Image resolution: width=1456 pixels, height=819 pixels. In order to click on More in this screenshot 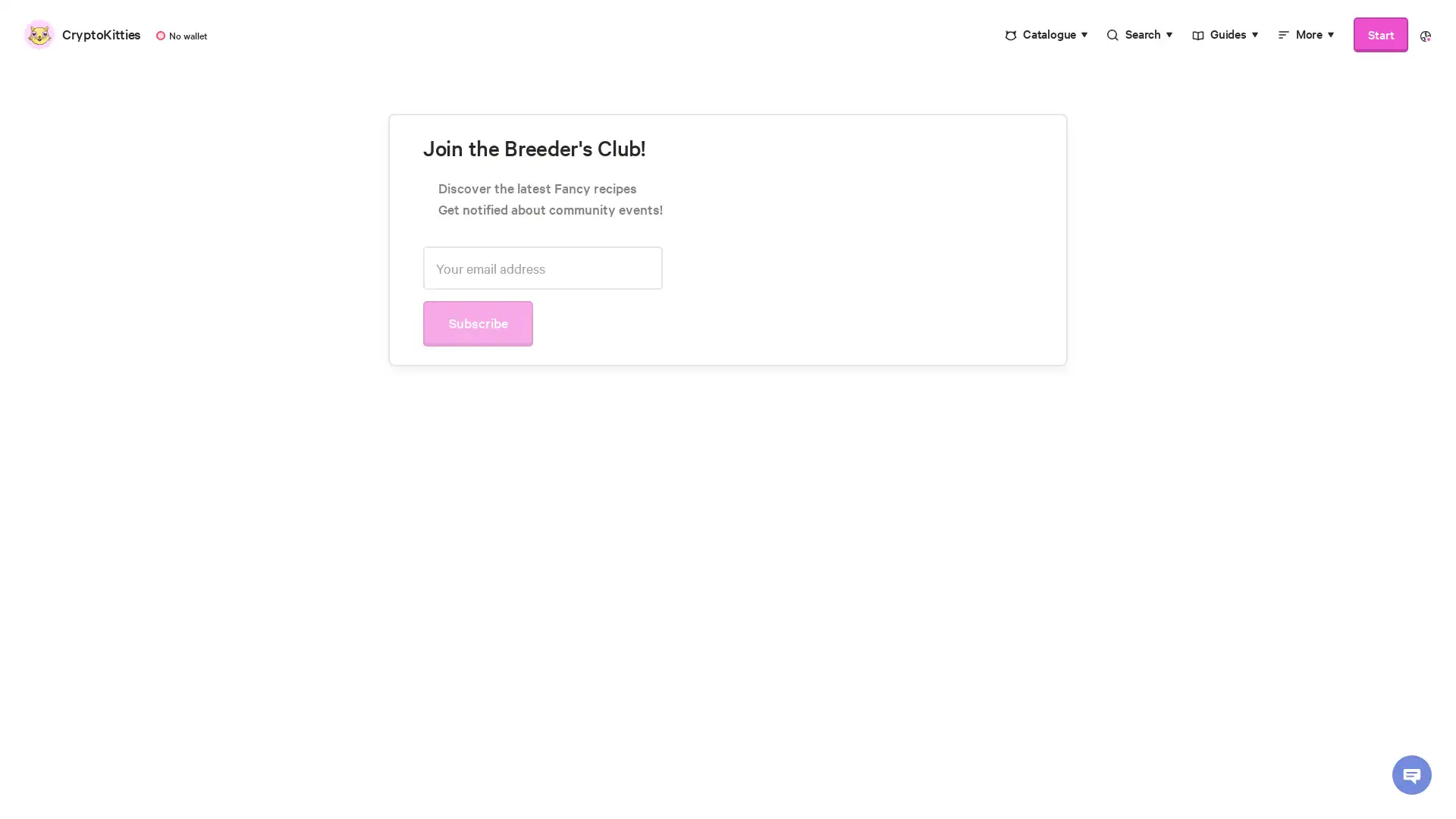, I will do `click(1305, 34)`.